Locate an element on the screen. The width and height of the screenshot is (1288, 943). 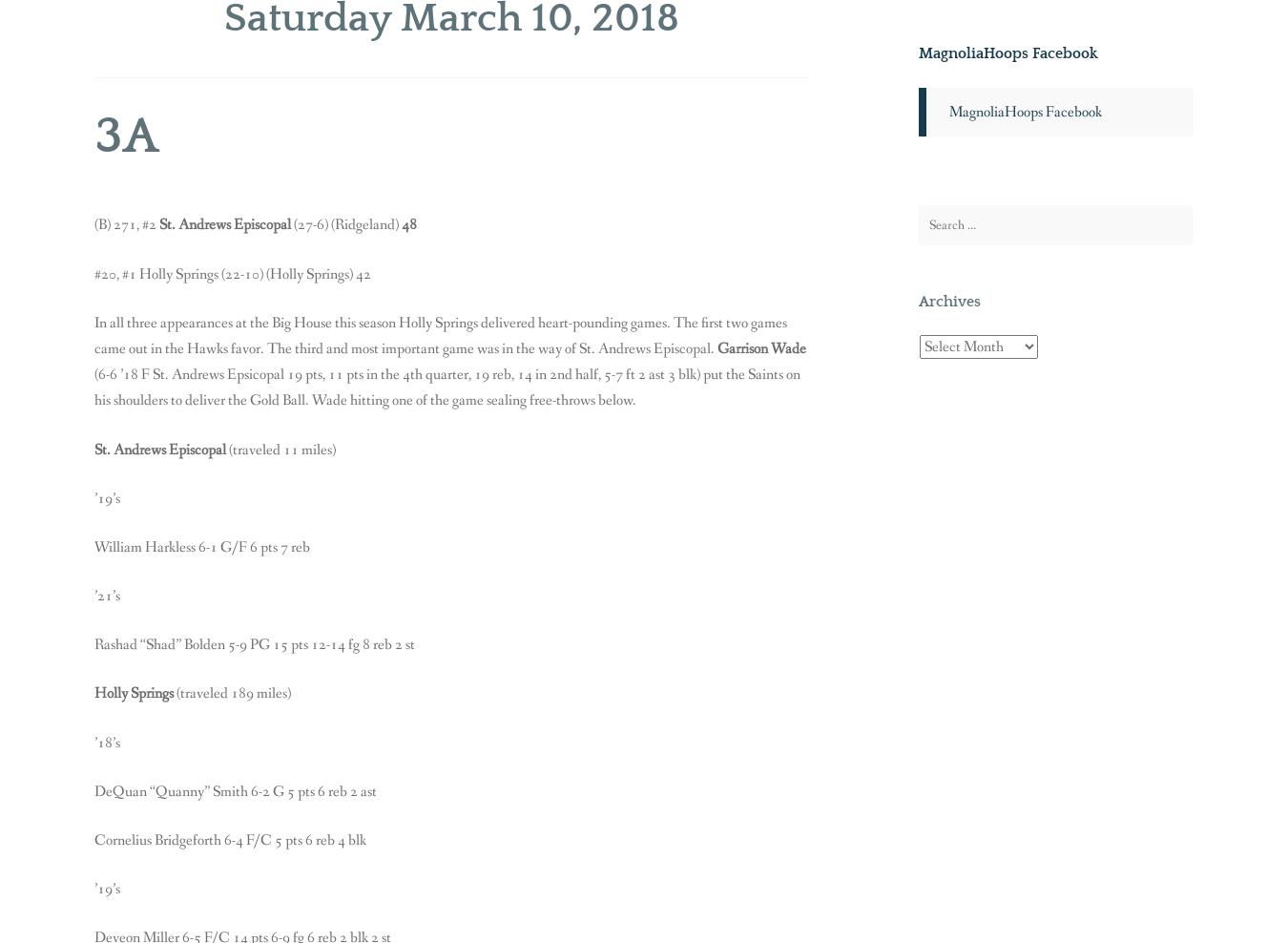
'48' is located at coordinates (409, 224).